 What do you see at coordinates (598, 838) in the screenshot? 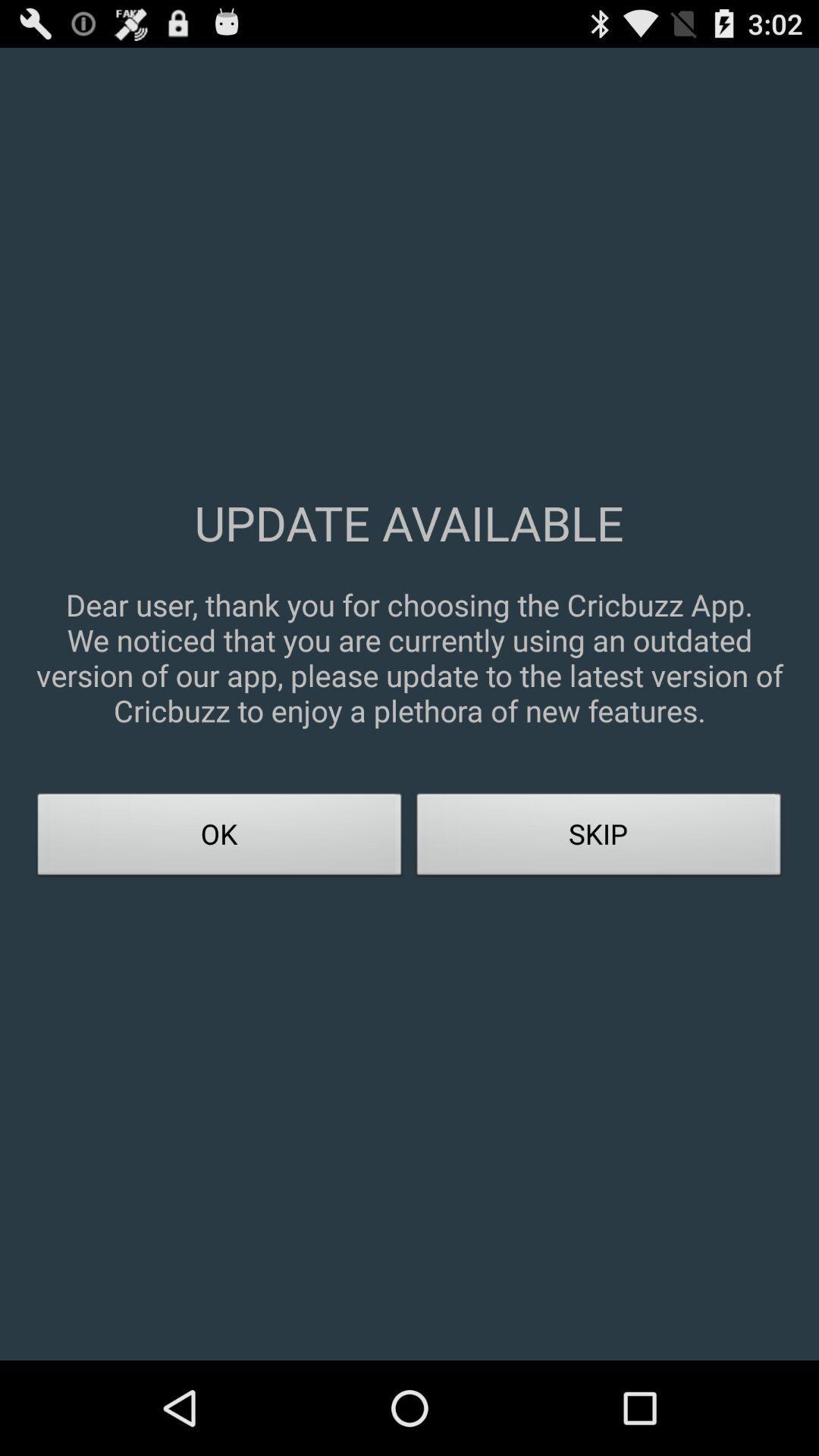
I see `the skip button` at bounding box center [598, 838].